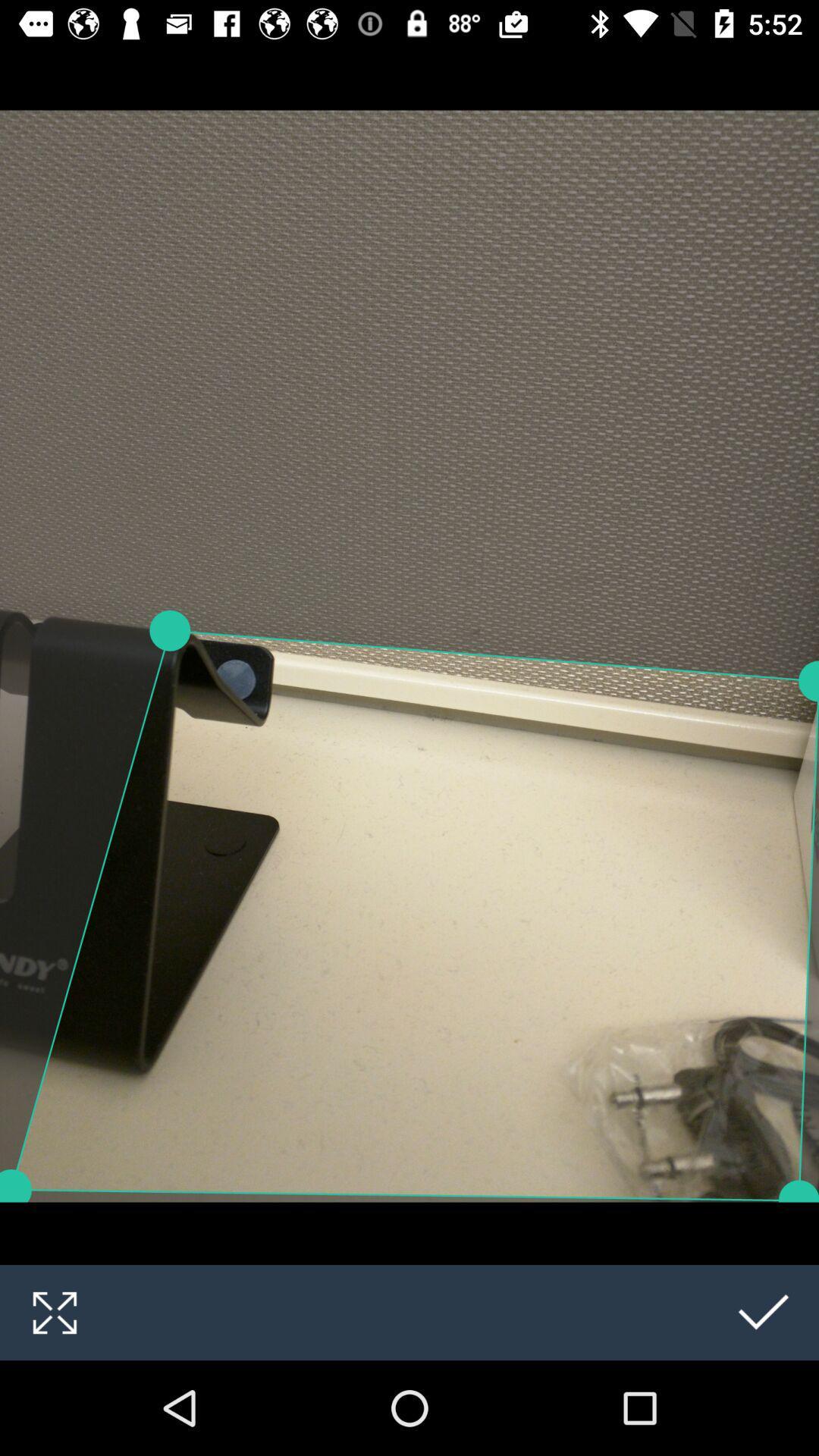  Describe the element at coordinates (54, 1312) in the screenshot. I see `the fullscreen icon` at that location.